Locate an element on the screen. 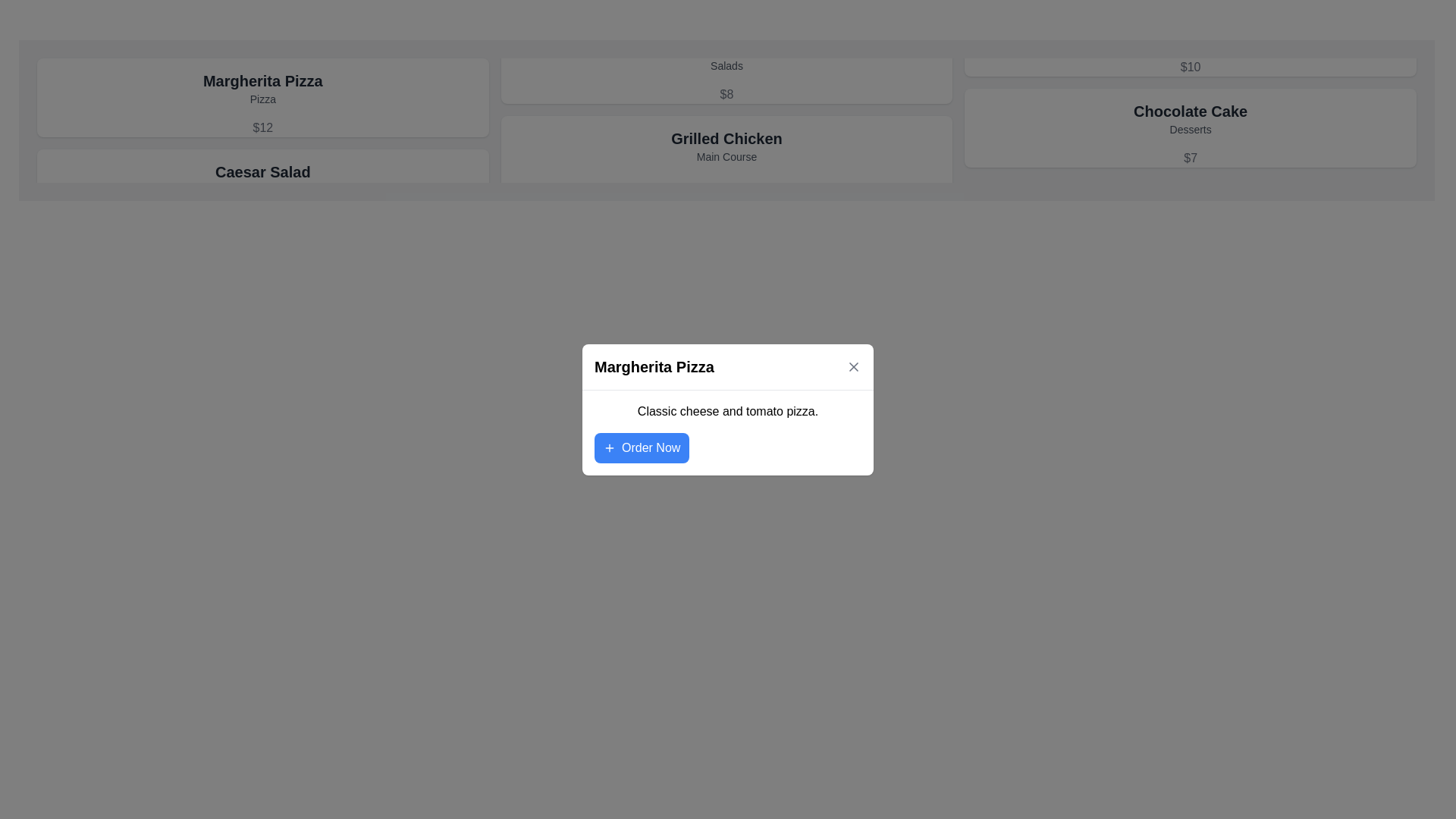  the Information Card at the top left of the food ordering interface is located at coordinates (262, 97).